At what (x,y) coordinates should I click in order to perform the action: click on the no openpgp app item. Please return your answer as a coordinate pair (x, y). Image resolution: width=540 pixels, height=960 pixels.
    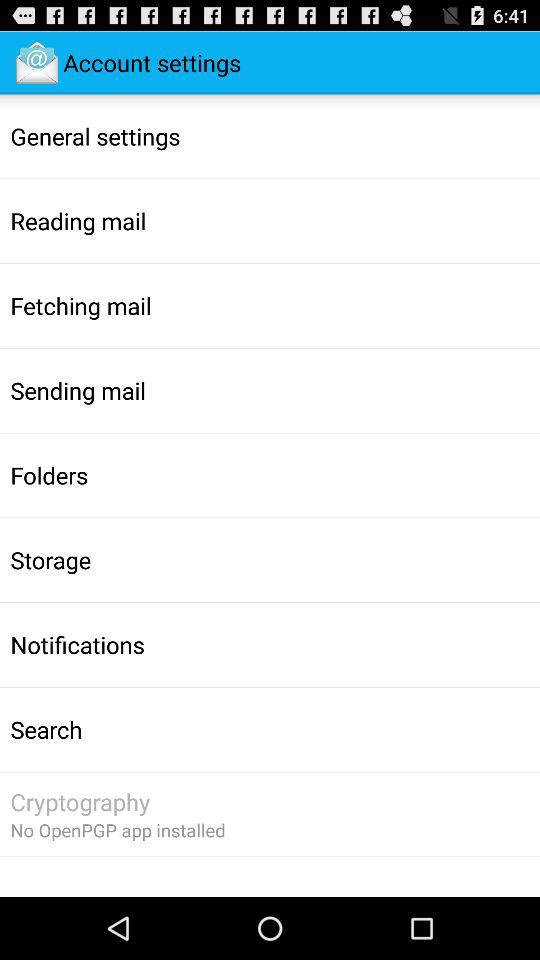
    Looking at the image, I should click on (118, 830).